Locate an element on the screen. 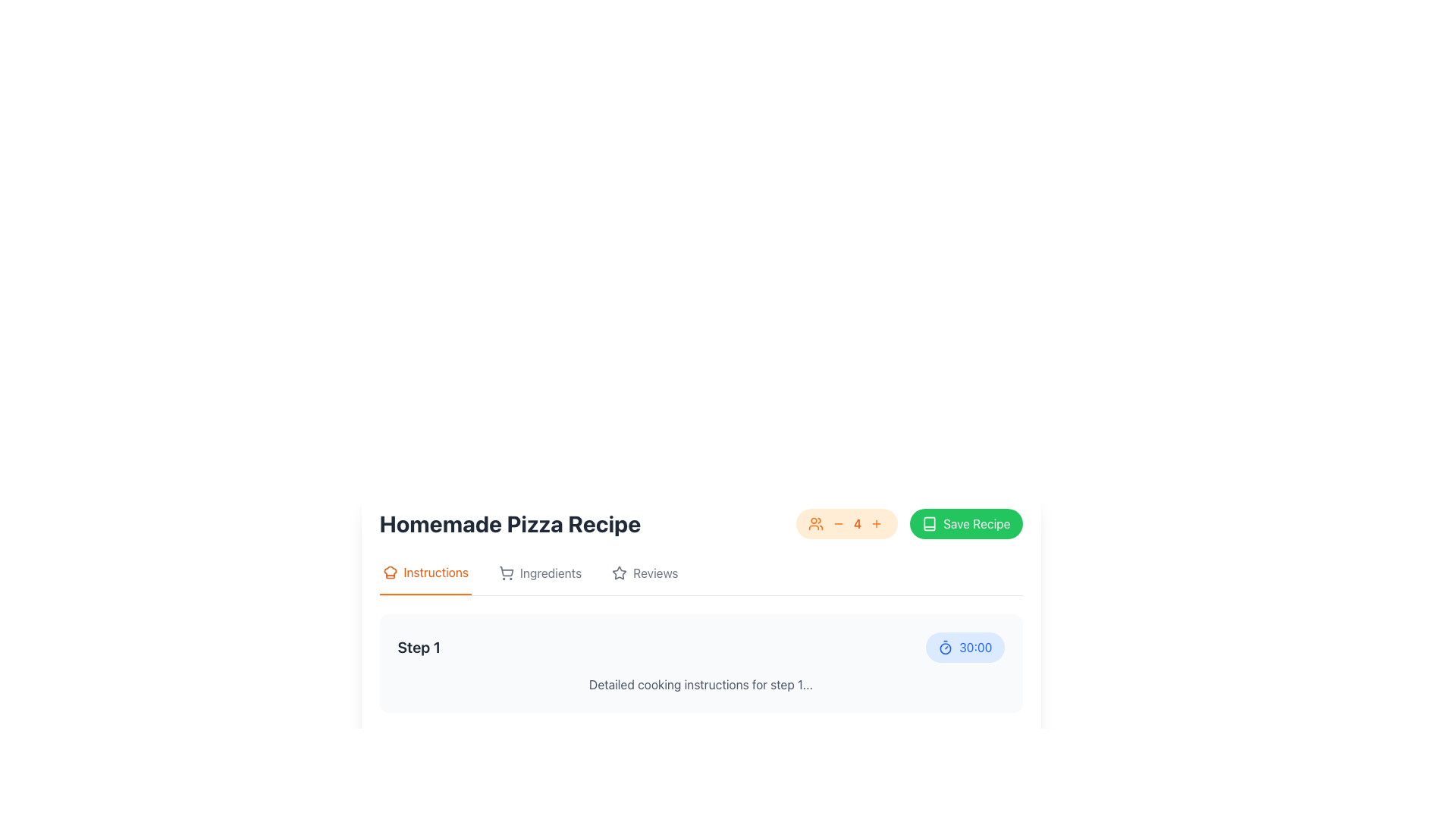 The width and height of the screenshot is (1456, 819). the shopping cart icon located in the horizontal navigation bar under 'Homemade Pizza Recipe', which represents the ingredients section is located at coordinates (506, 573).